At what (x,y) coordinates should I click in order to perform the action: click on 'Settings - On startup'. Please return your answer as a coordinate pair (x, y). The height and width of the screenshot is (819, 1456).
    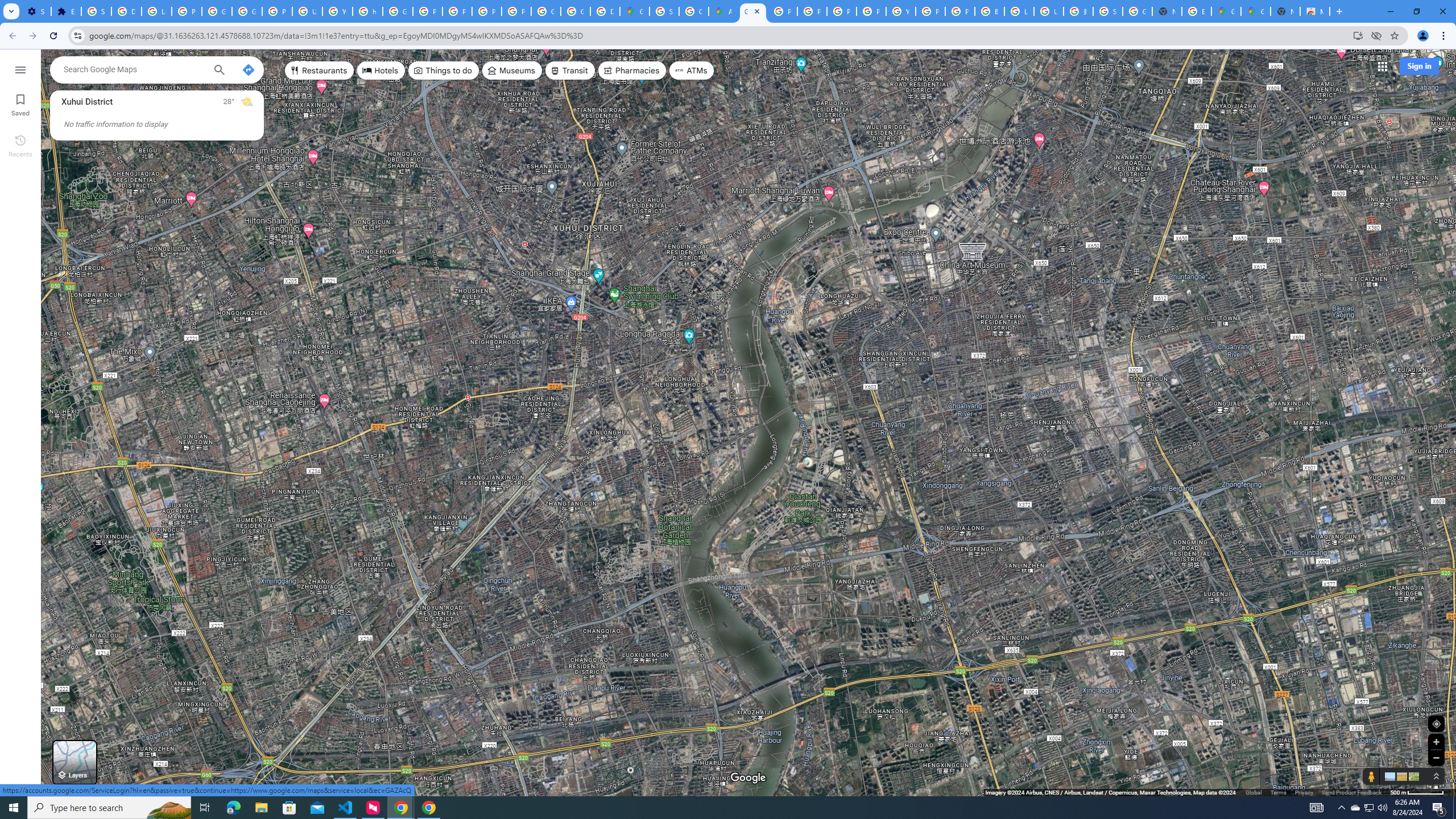
    Looking at the image, I should click on (36, 11).